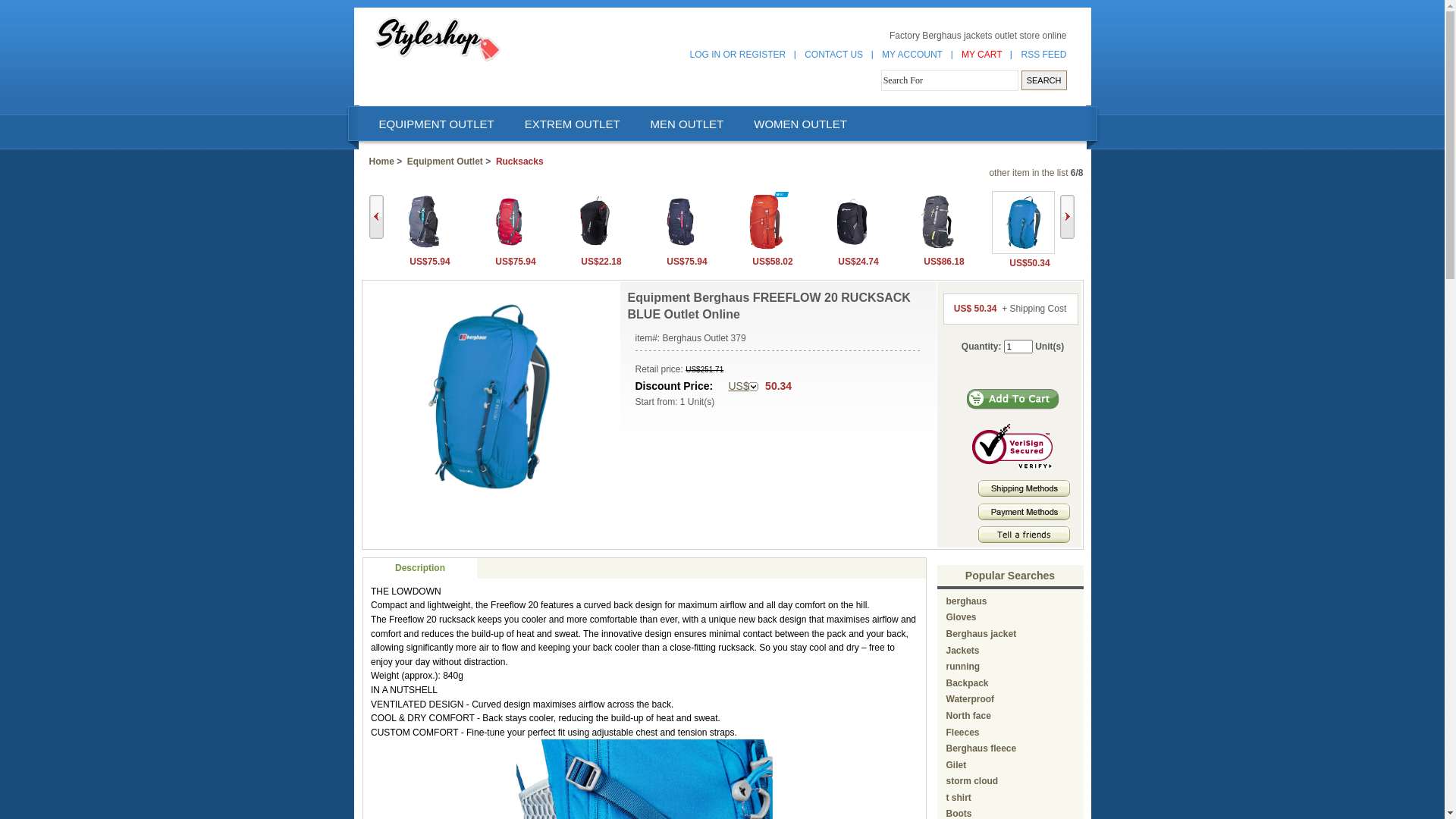 Image resolution: width=1456 pixels, height=819 pixels. I want to click on 'Payment methods', so click(1024, 516).